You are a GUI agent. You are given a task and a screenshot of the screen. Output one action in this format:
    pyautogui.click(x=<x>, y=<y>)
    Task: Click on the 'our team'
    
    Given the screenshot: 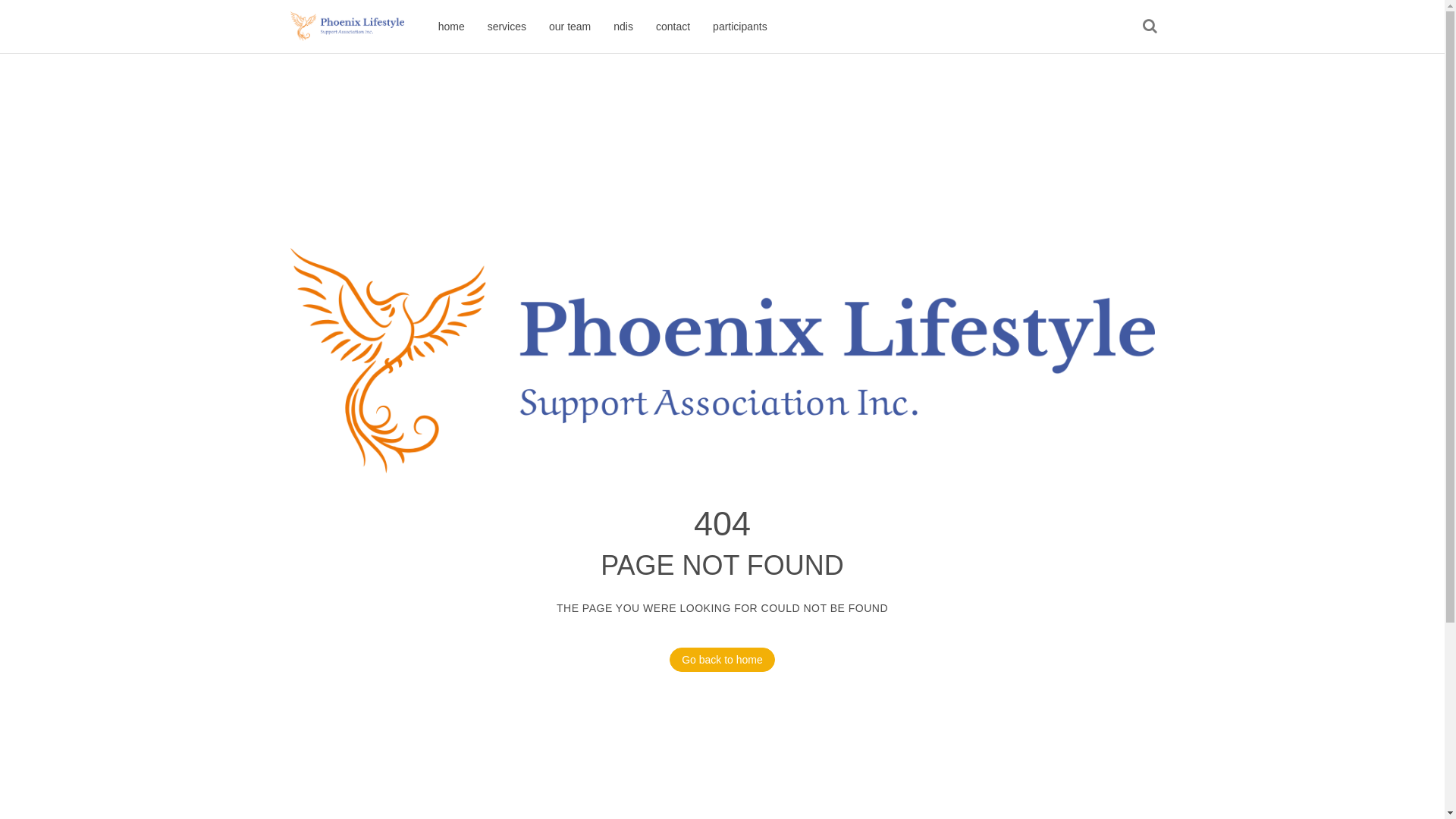 What is the action you would take?
    pyautogui.click(x=569, y=26)
    